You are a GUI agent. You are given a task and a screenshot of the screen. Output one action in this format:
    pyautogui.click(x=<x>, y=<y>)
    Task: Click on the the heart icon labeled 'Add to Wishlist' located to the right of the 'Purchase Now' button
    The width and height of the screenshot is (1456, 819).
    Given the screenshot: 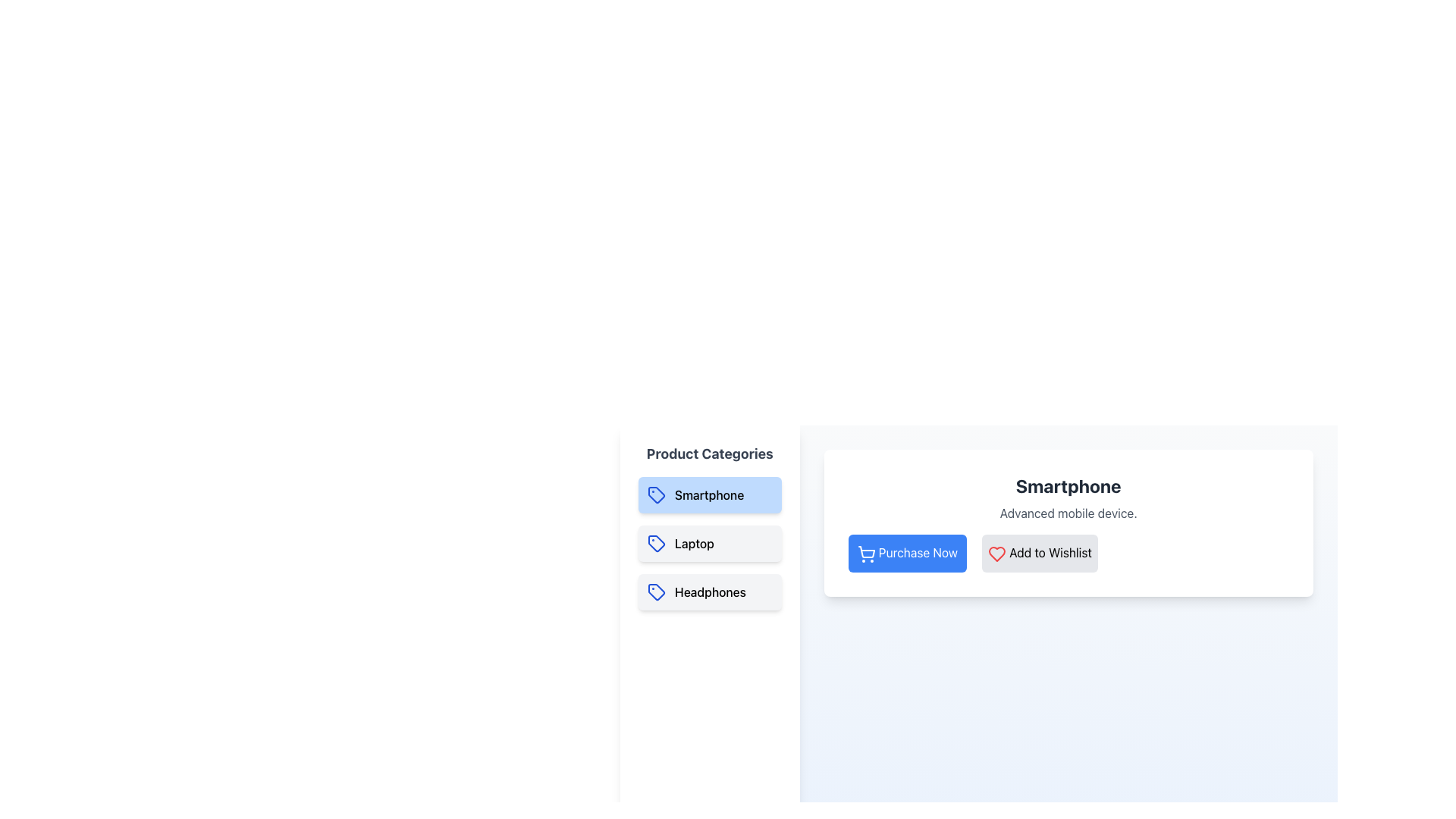 What is the action you would take?
    pyautogui.click(x=997, y=554)
    